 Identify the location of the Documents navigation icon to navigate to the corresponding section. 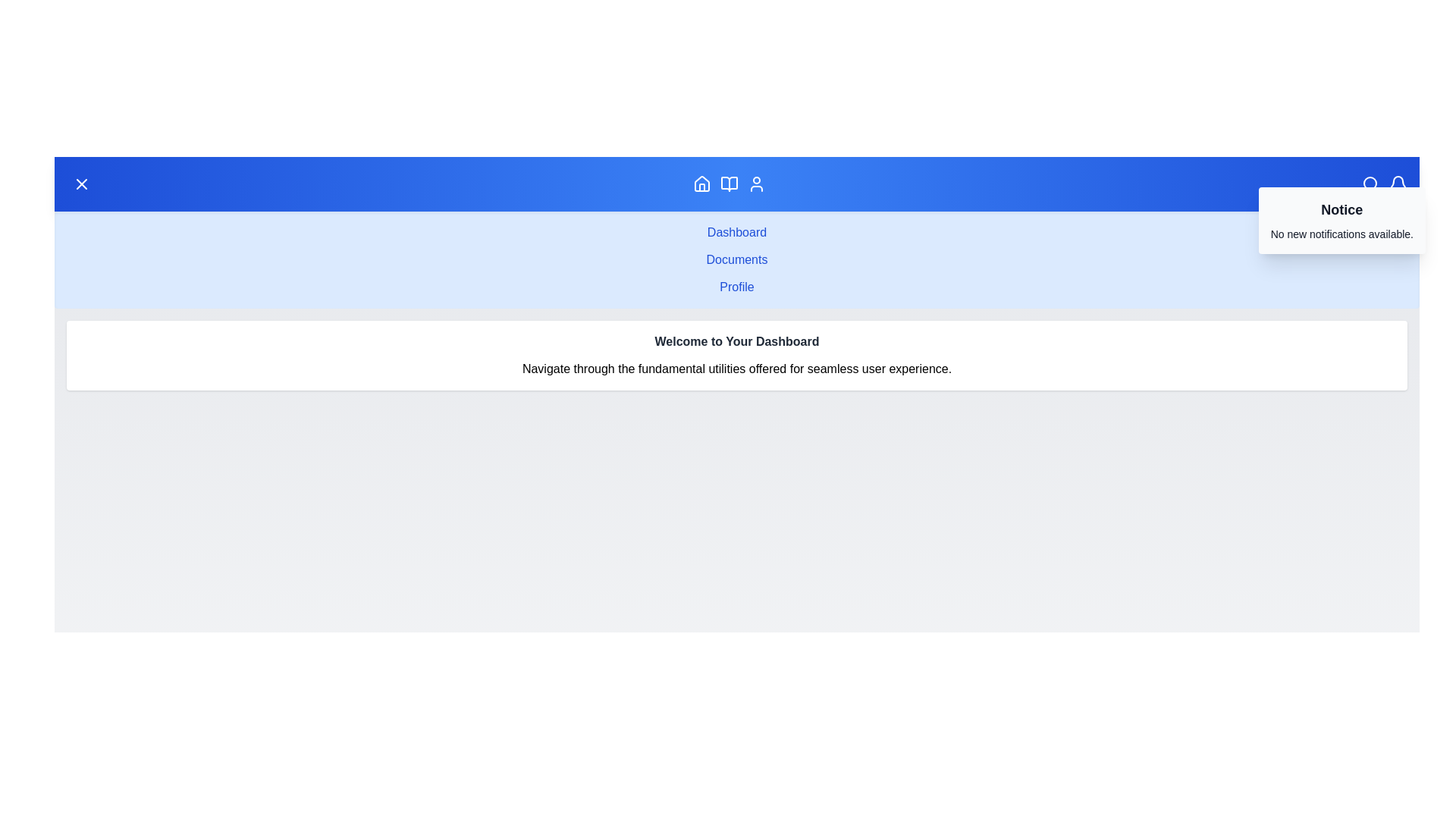
(729, 184).